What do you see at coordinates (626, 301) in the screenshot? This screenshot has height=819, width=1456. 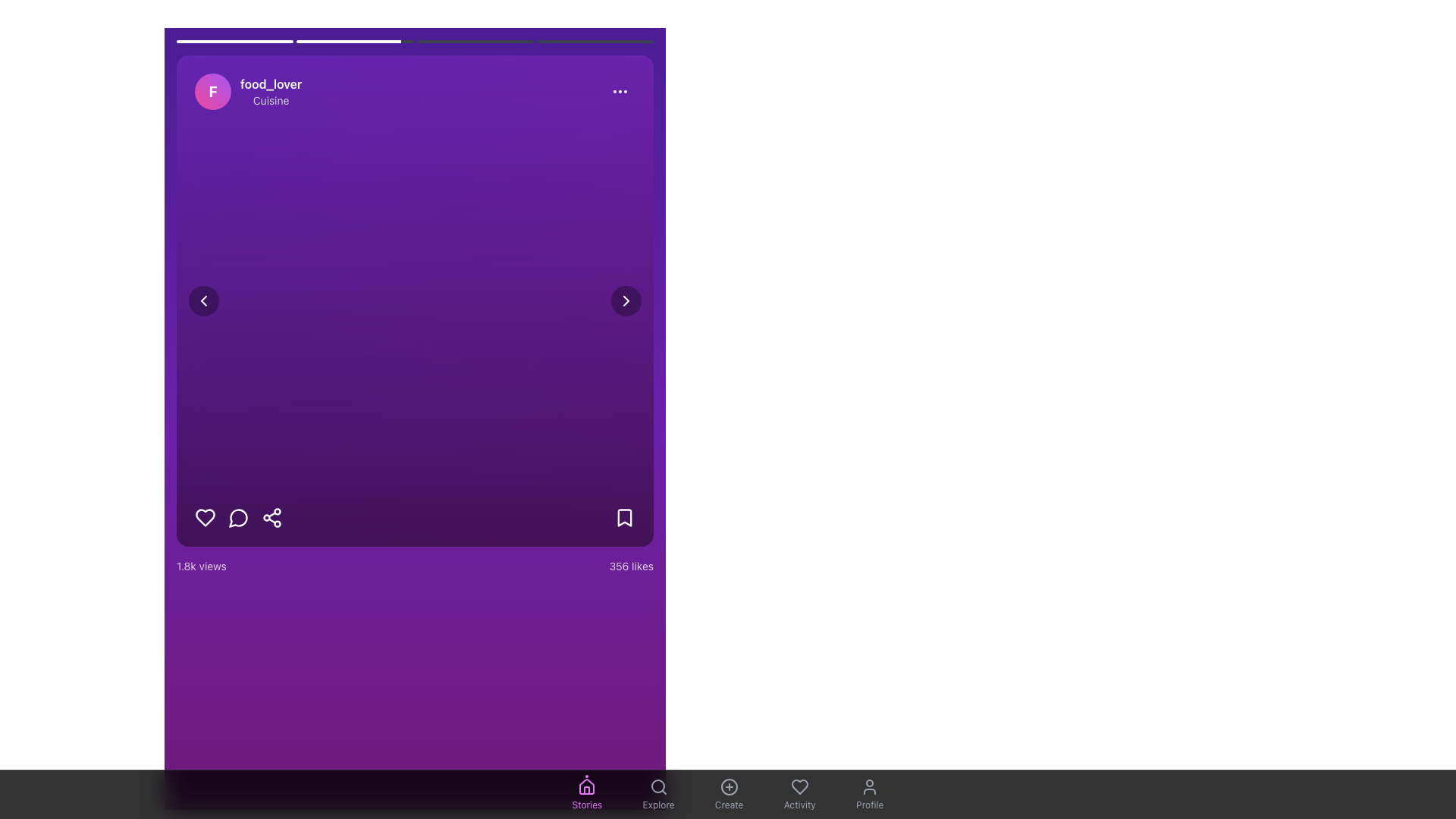 I see `the rightward chevron icon located within a circular button` at bounding box center [626, 301].